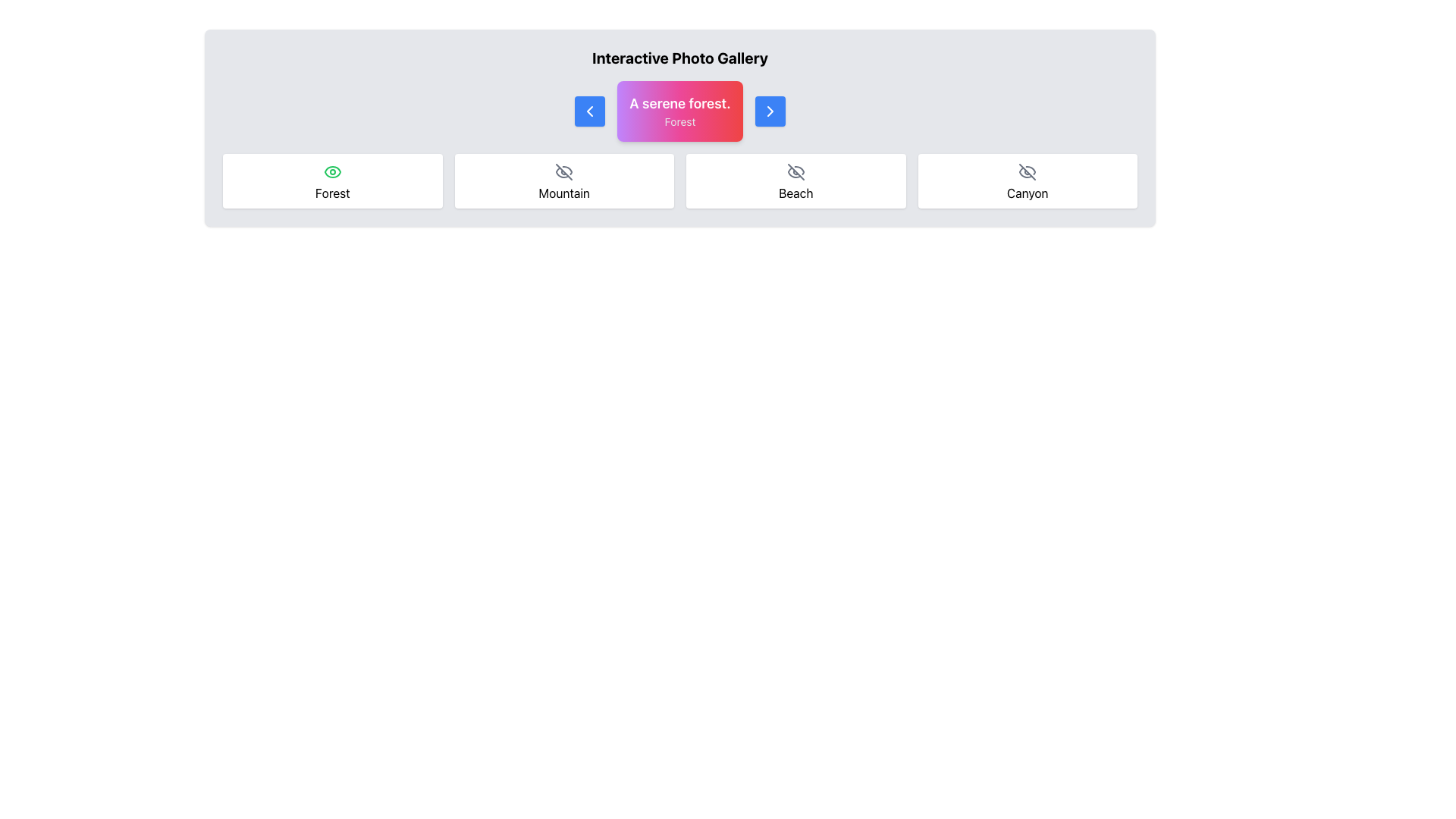 The width and height of the screenshot is (1456, 819). I want to click on the 'Mountain' icon toggle button, which is the second button from the left in the row under the 'Interactive Photo Gallery' section, so click(563, 171).